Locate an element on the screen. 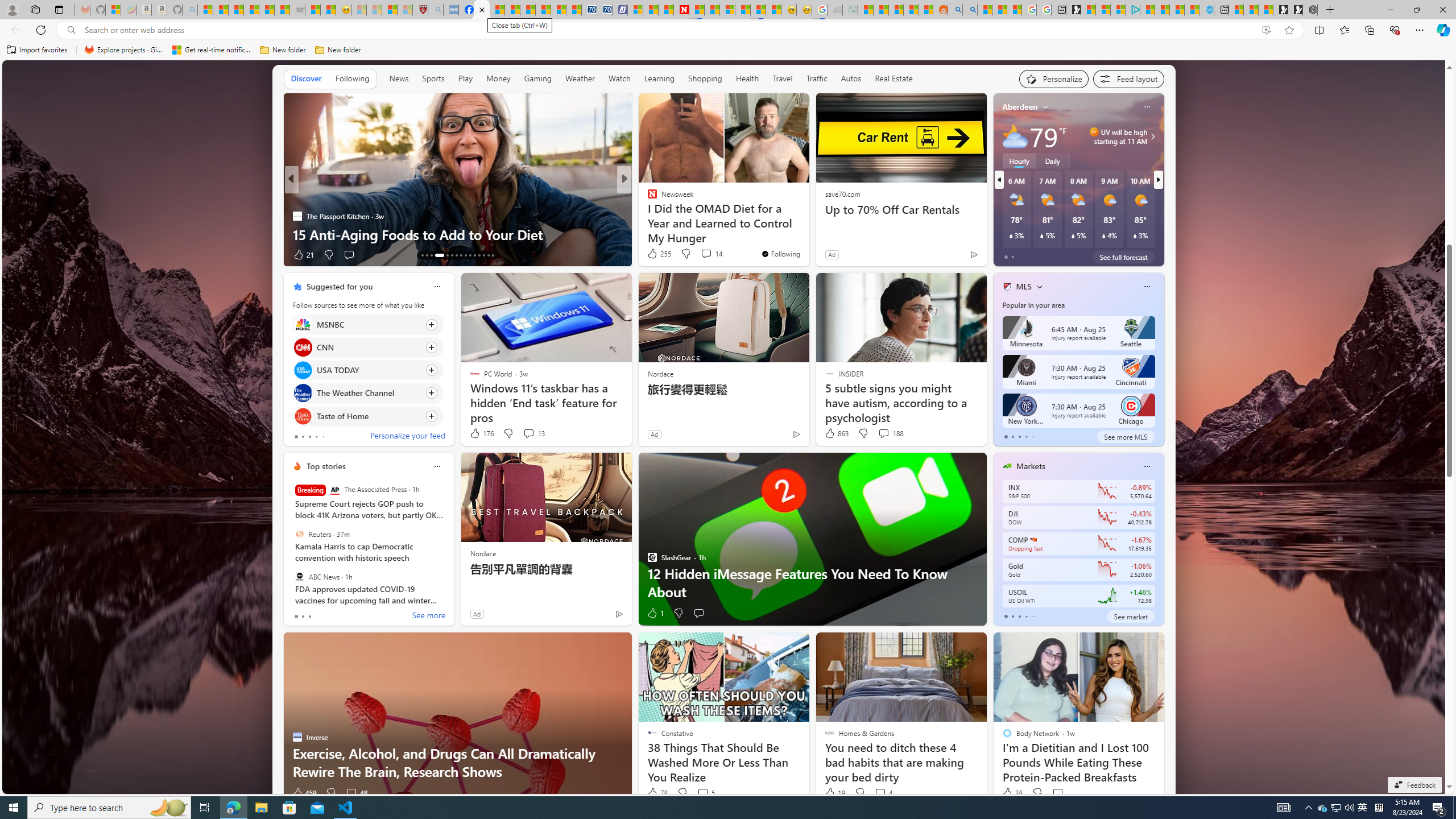 The width and height of the screenshot is (1456, 819). 'View comments 24 Comment' is located at coordinates (707, 254).